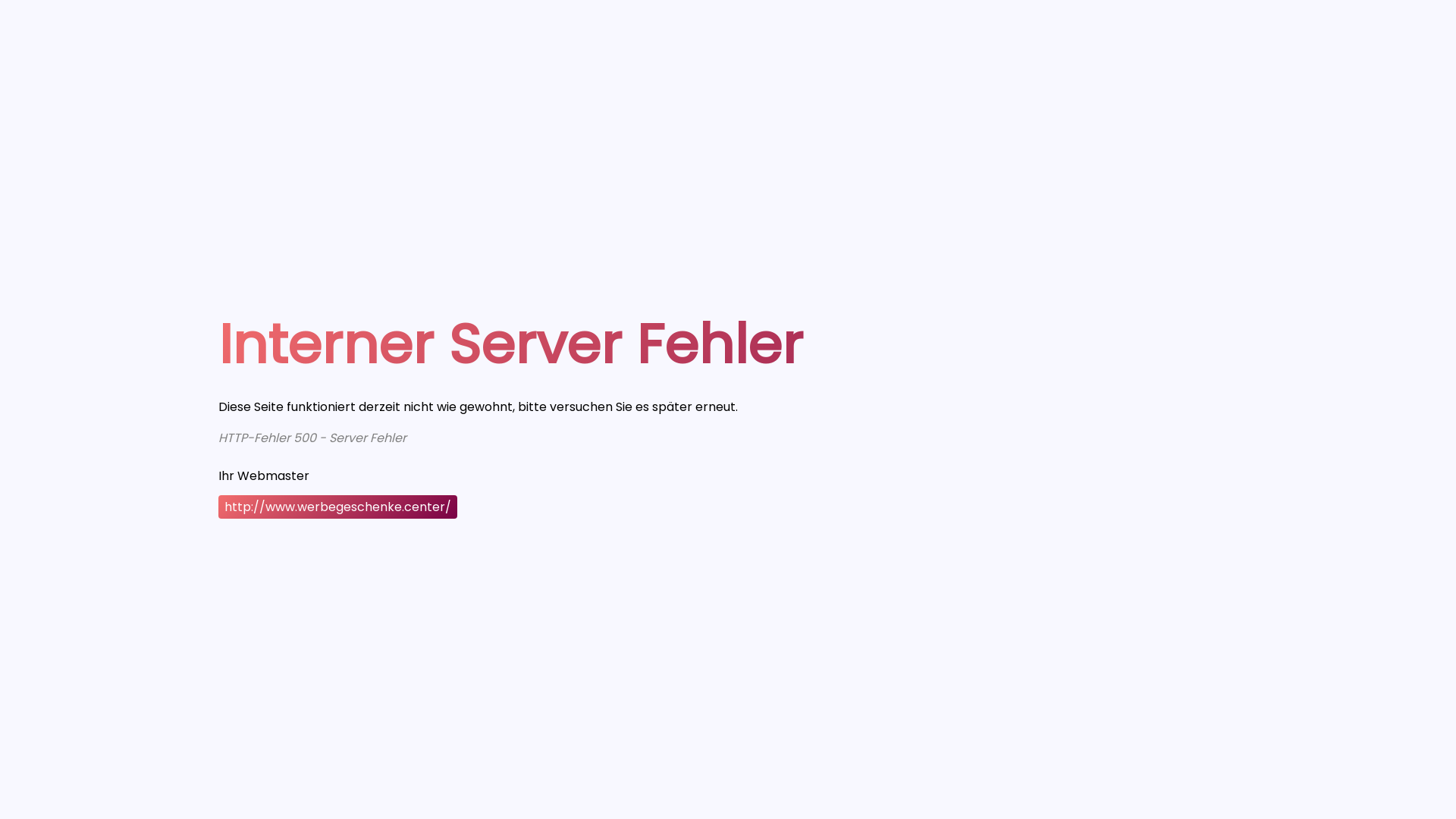 Image resolution: width=1456 pixels, height=819 pixels. Describe the element at coordinates (337, 506) in the screenshot. I see `'http://www.werbegeschenke.center/'` at that location.